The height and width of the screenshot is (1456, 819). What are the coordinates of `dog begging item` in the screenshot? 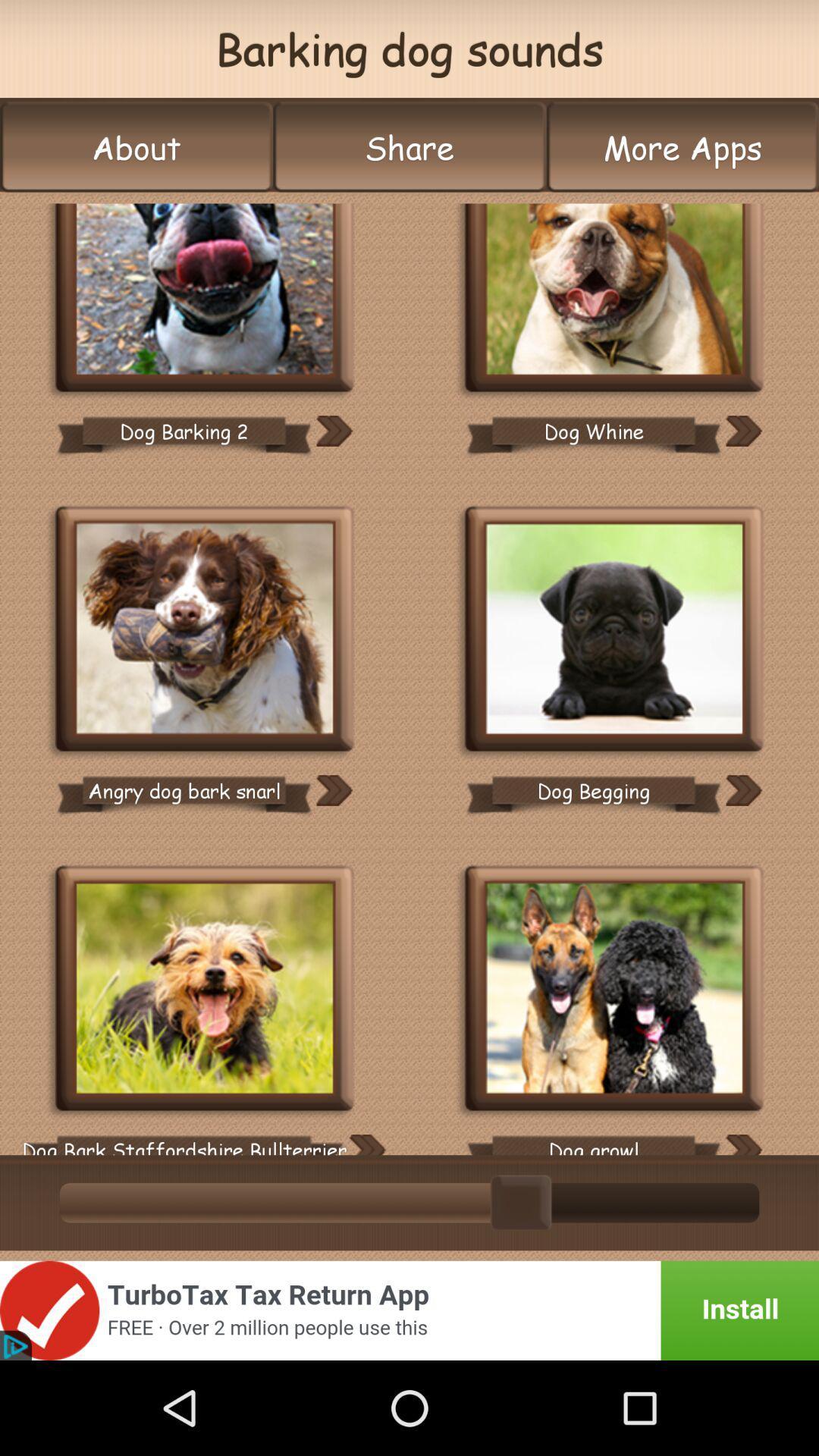 It's located at (593, 789).